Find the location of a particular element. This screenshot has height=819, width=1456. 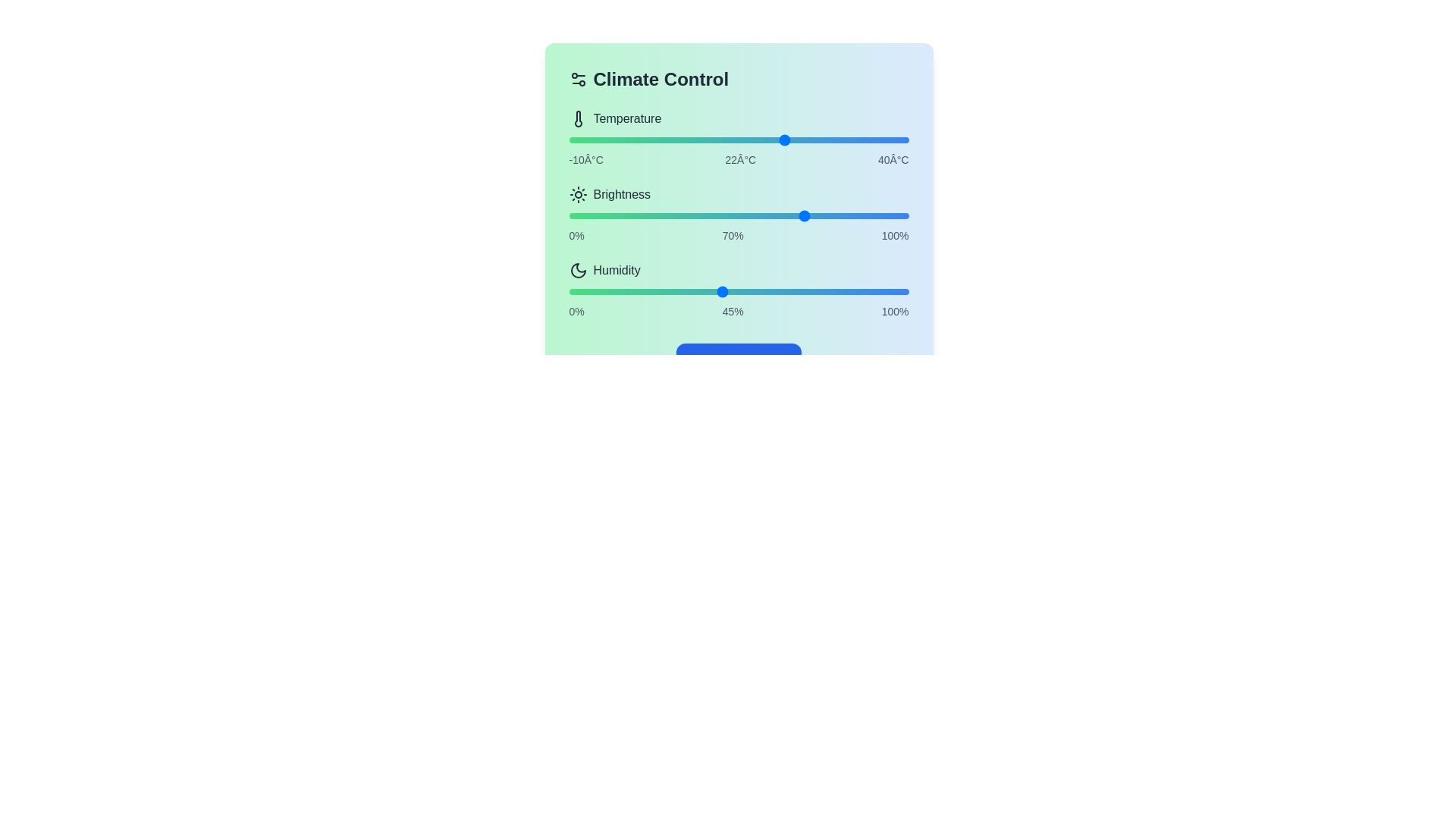

the humidity level is located at coordinates (732, 292).